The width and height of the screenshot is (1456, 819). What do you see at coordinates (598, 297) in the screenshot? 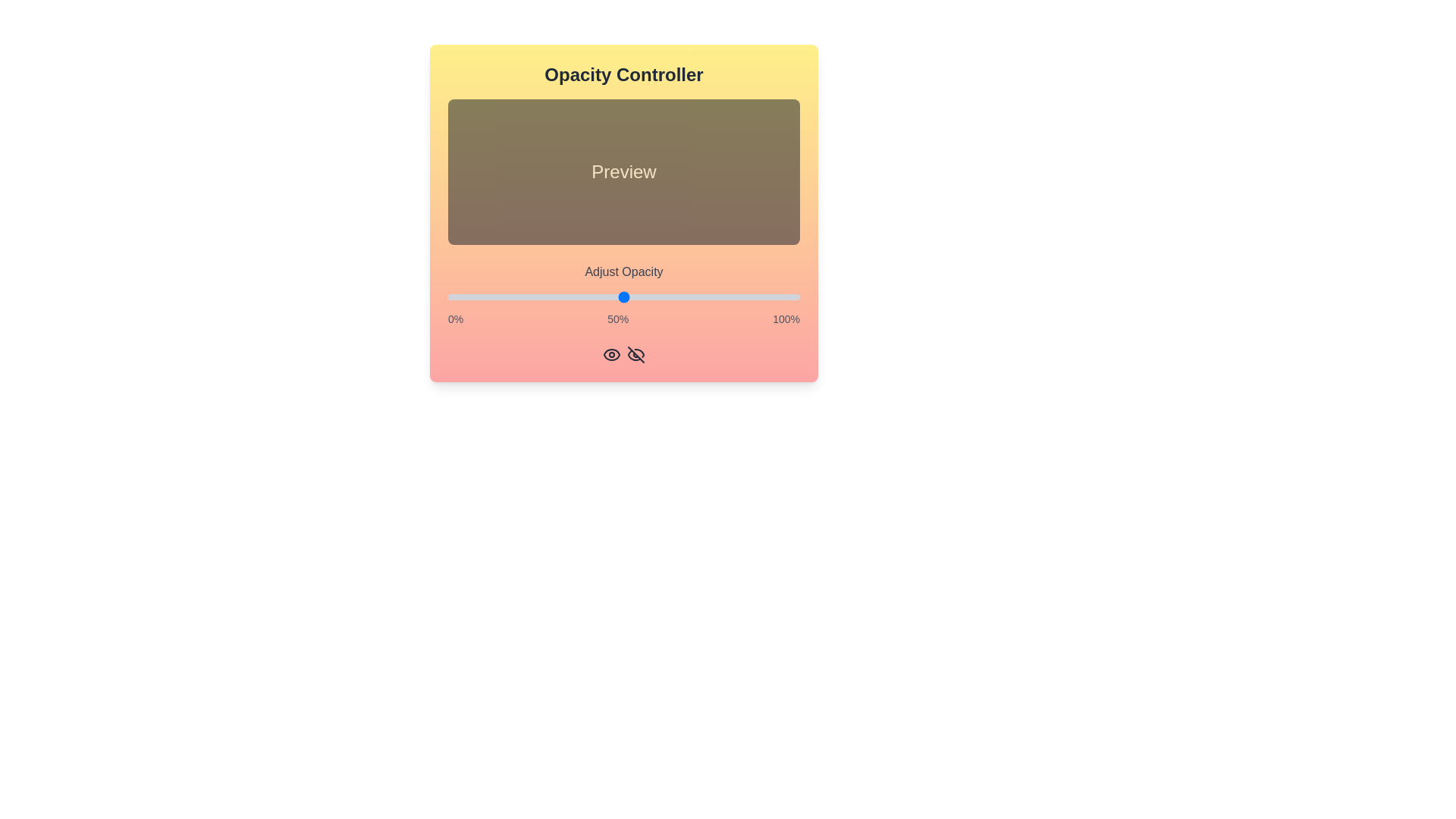
I see `the opacity slider to 43%` at bounding box center [598, 297].